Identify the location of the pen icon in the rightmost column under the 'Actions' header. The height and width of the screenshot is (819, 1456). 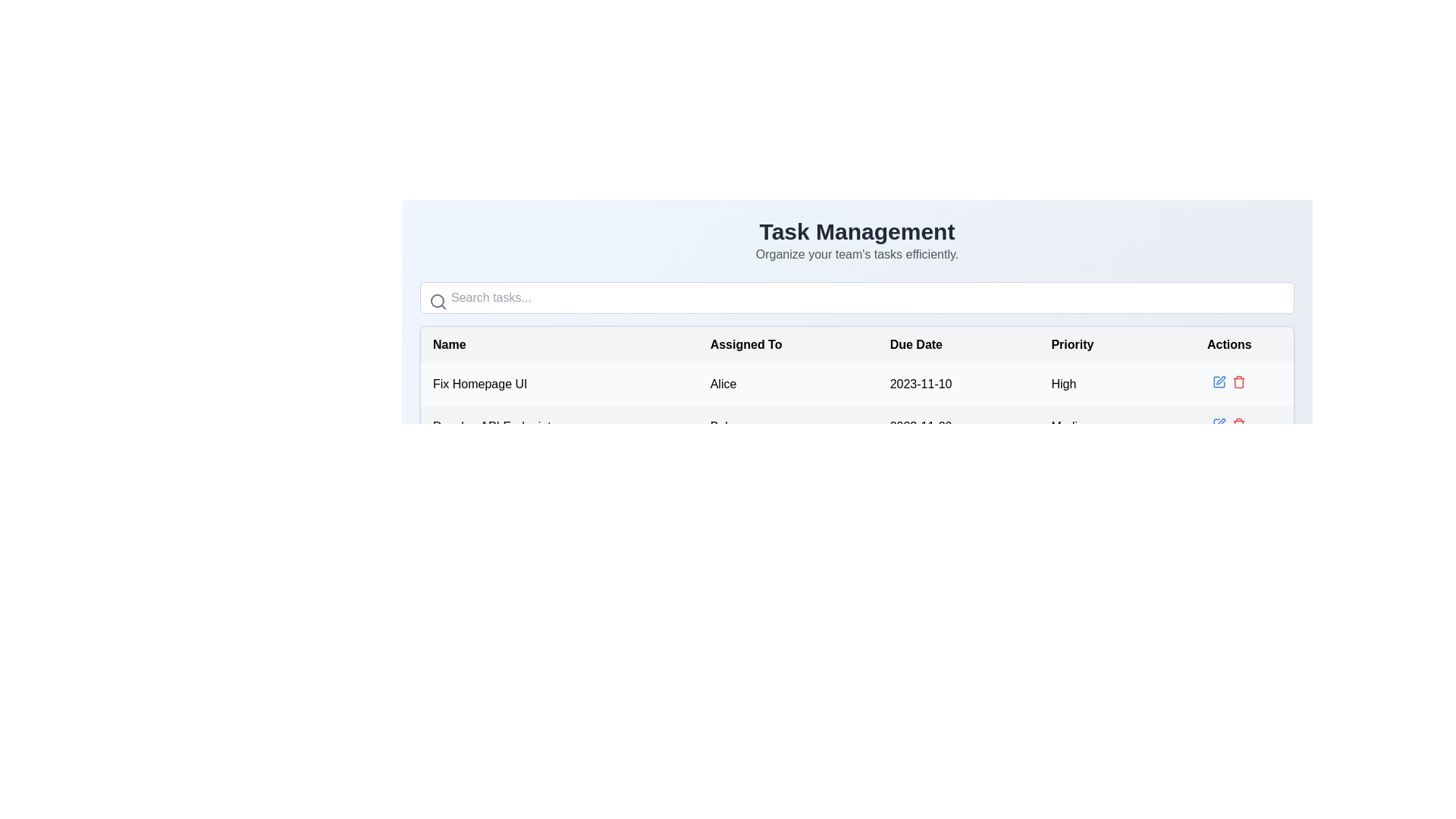
(1221, 379).